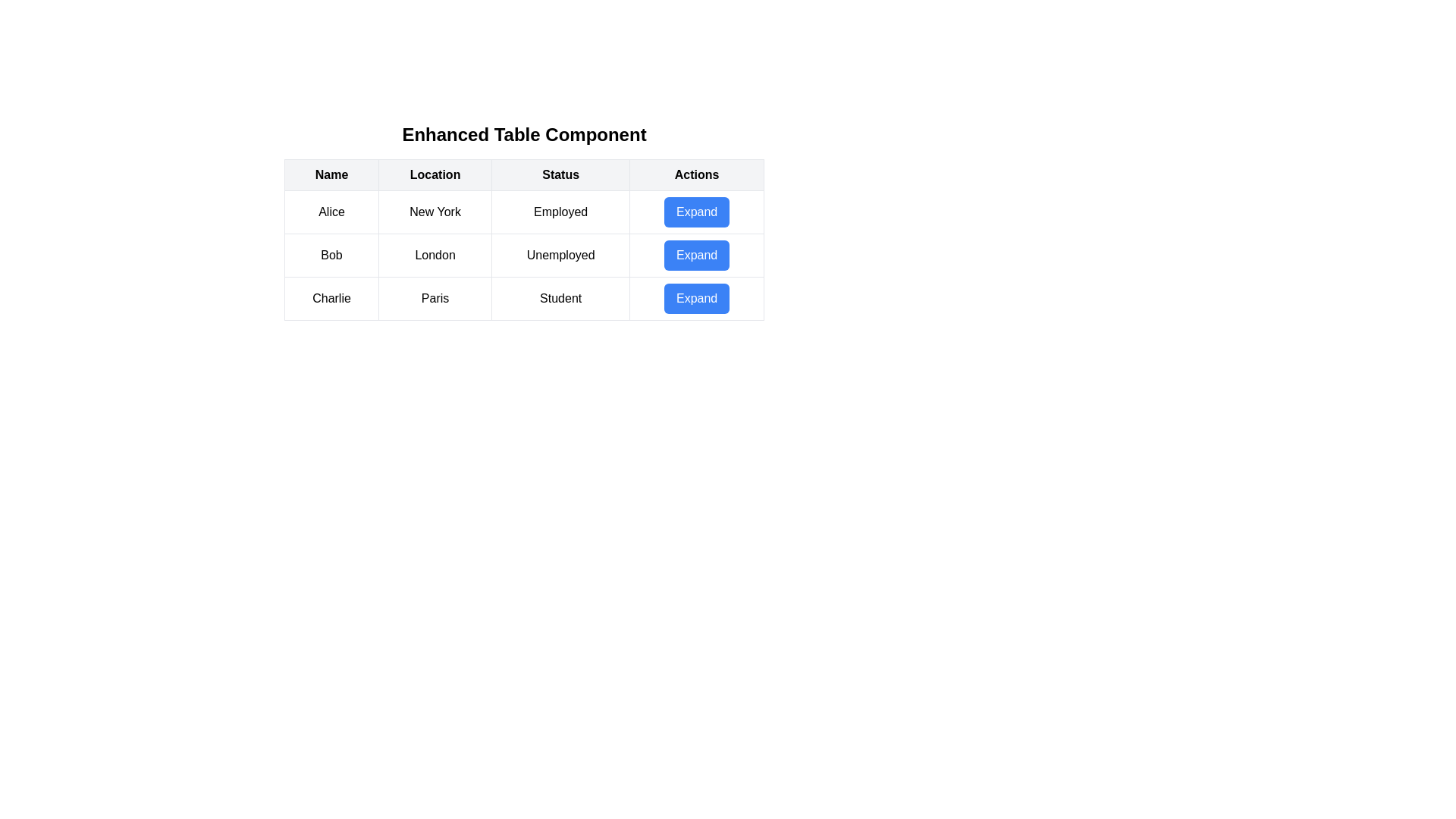 The height and width of the screenshot is (819, 1456). I want to click on the static text display element that shows the name 'Bob' in the second row of the table under the 'Name' column, so click(331, 254).